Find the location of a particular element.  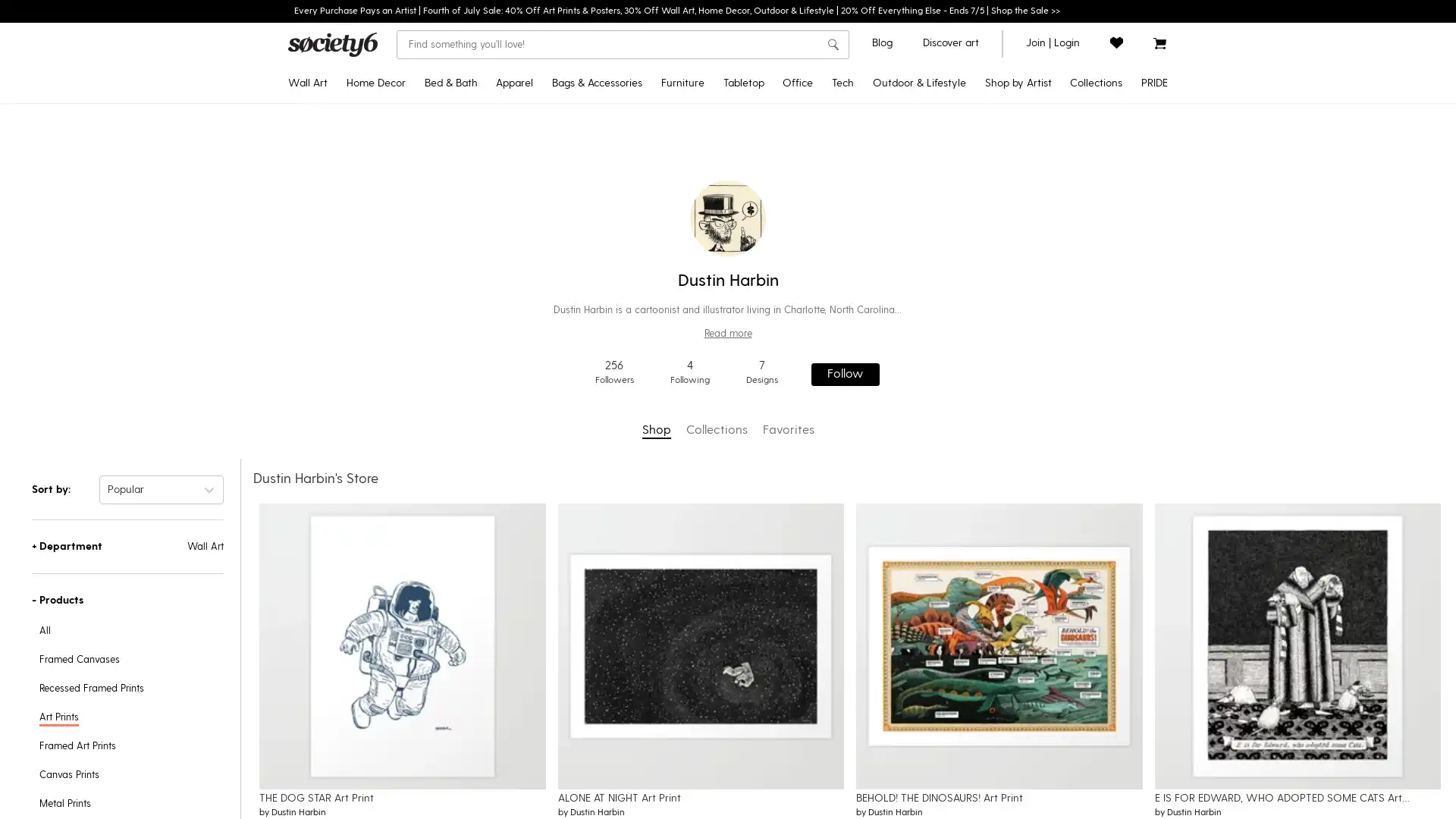

Tapestries is located at coordinates (404, 121).